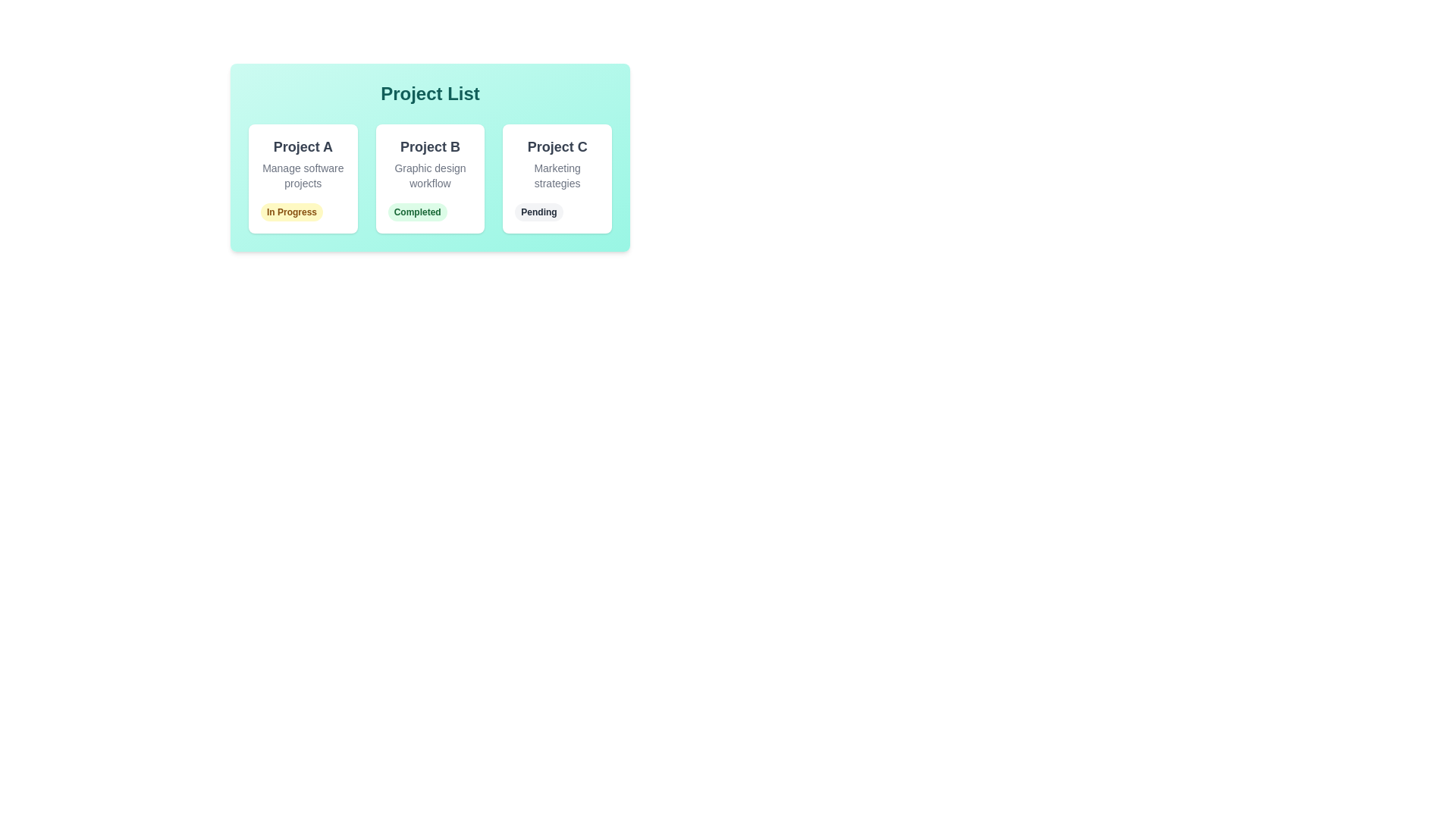  Describe the element at coordinates (303, 177) in the screenshot. I see `the card representing Project A to view its details` at that location.